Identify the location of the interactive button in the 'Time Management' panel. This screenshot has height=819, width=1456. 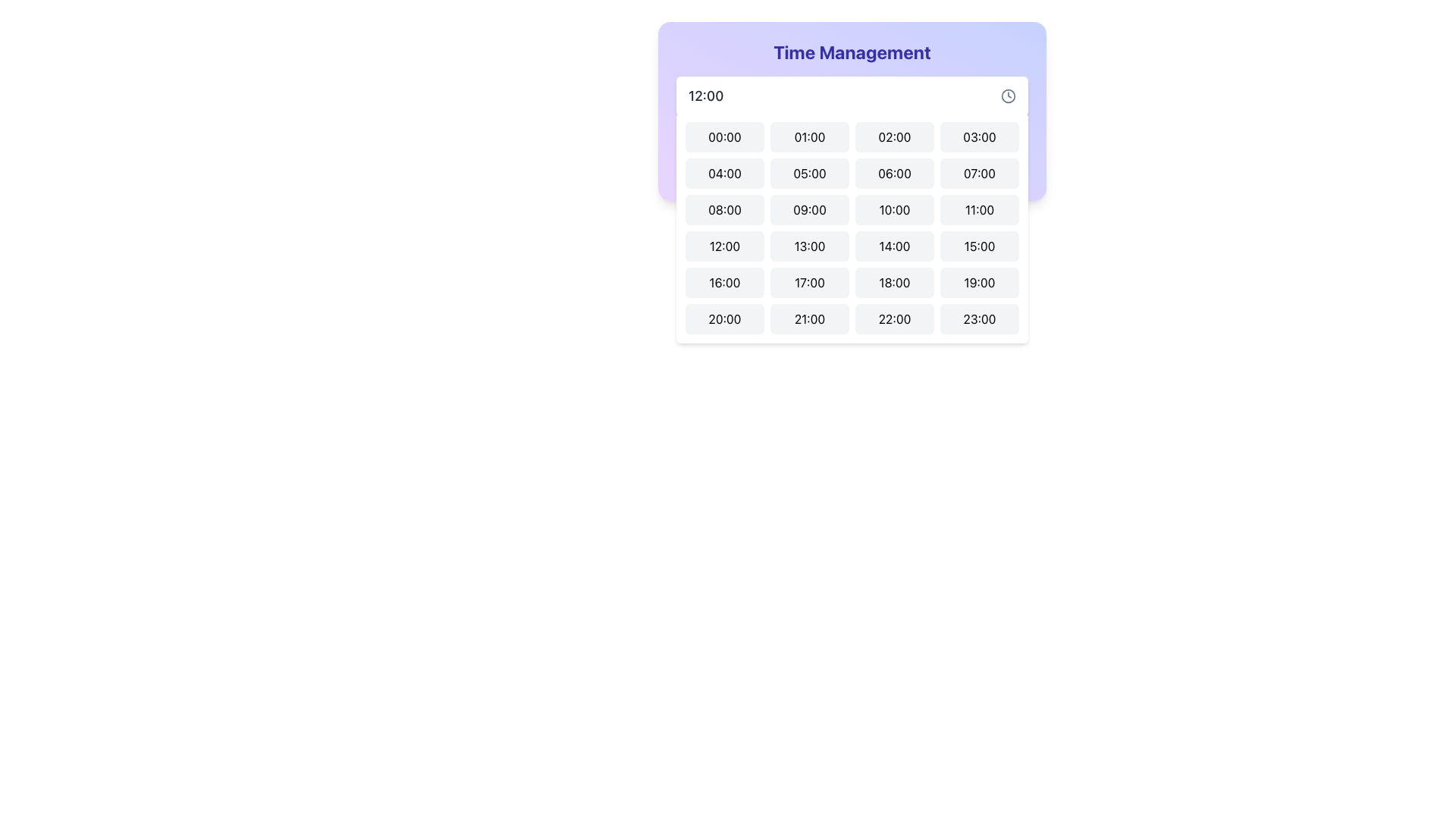
(723, 245).